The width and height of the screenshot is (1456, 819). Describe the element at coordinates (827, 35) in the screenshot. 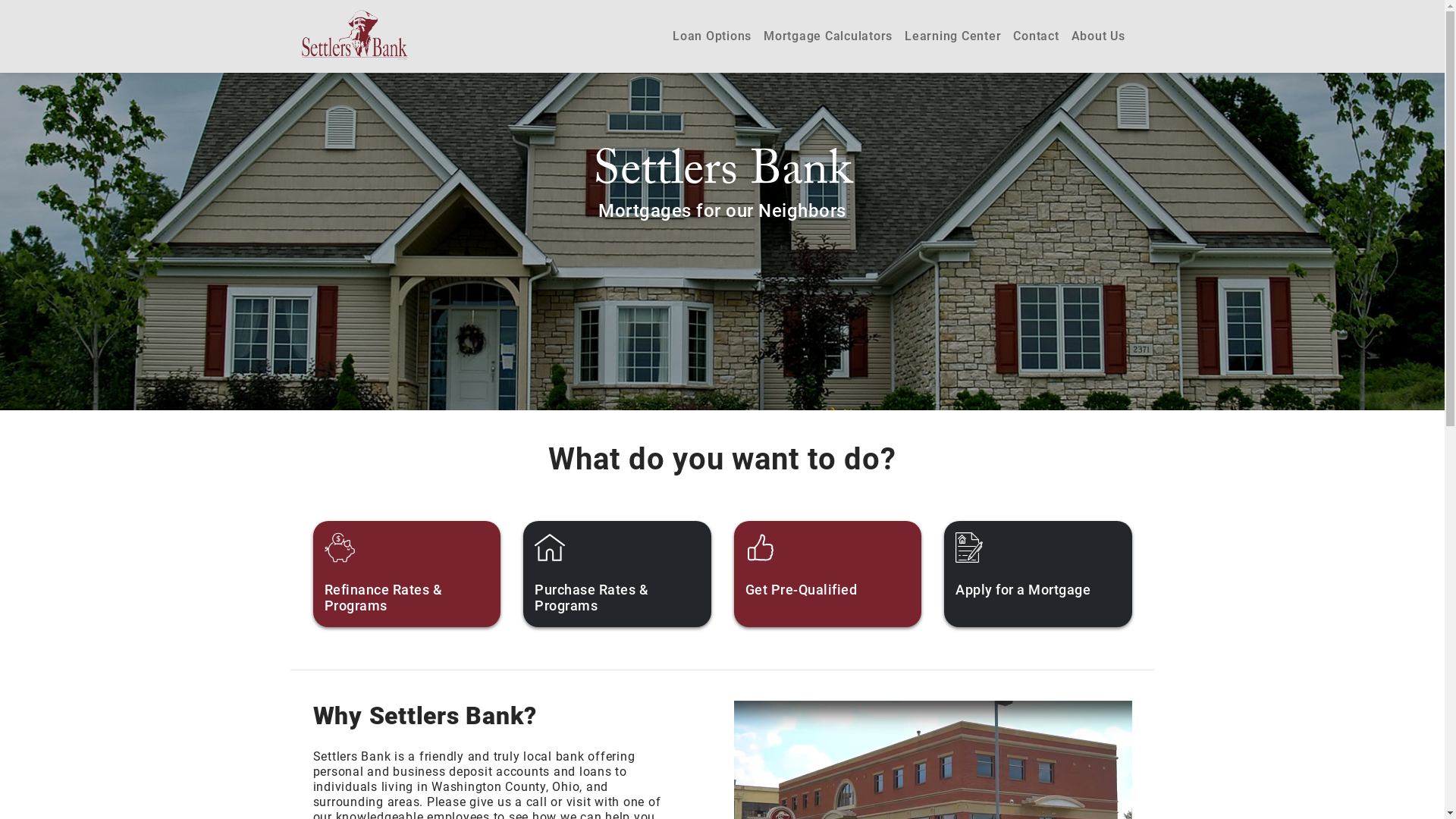

I see `'Mortgage Calculators'` at that location.